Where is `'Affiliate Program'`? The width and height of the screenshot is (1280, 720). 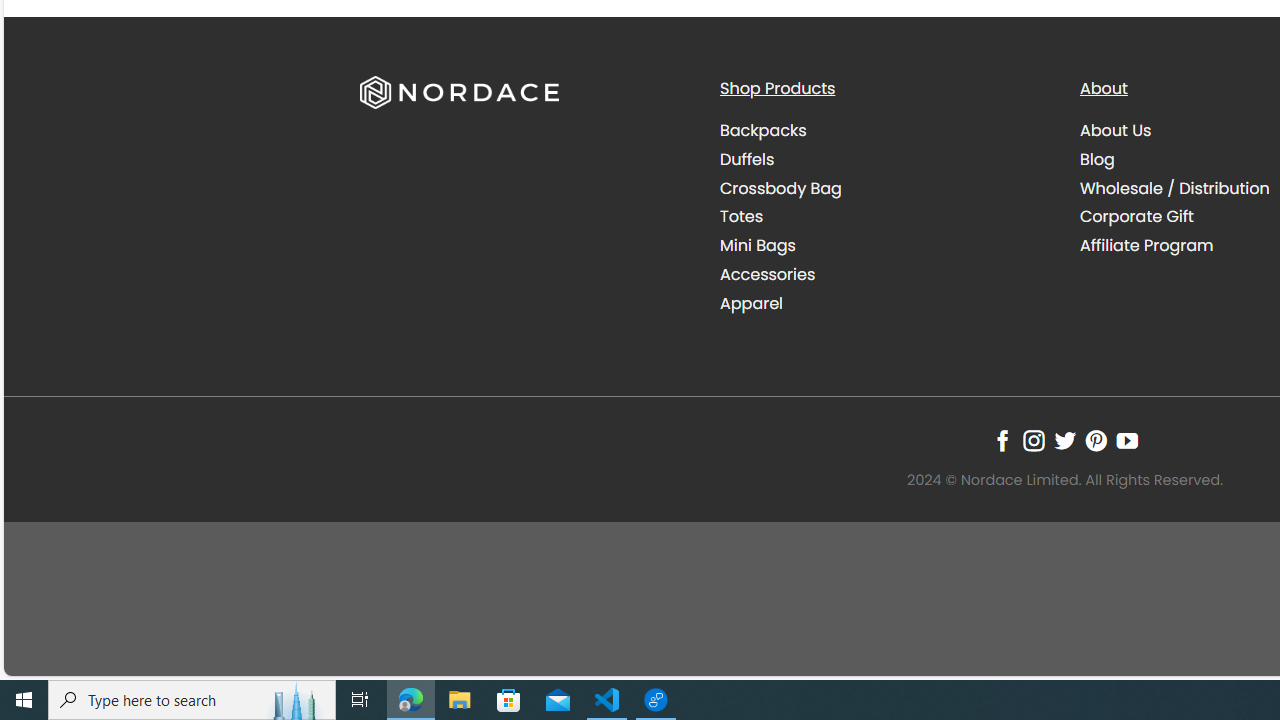 'Affiliate Program' is located at coordinates (1146, 244).